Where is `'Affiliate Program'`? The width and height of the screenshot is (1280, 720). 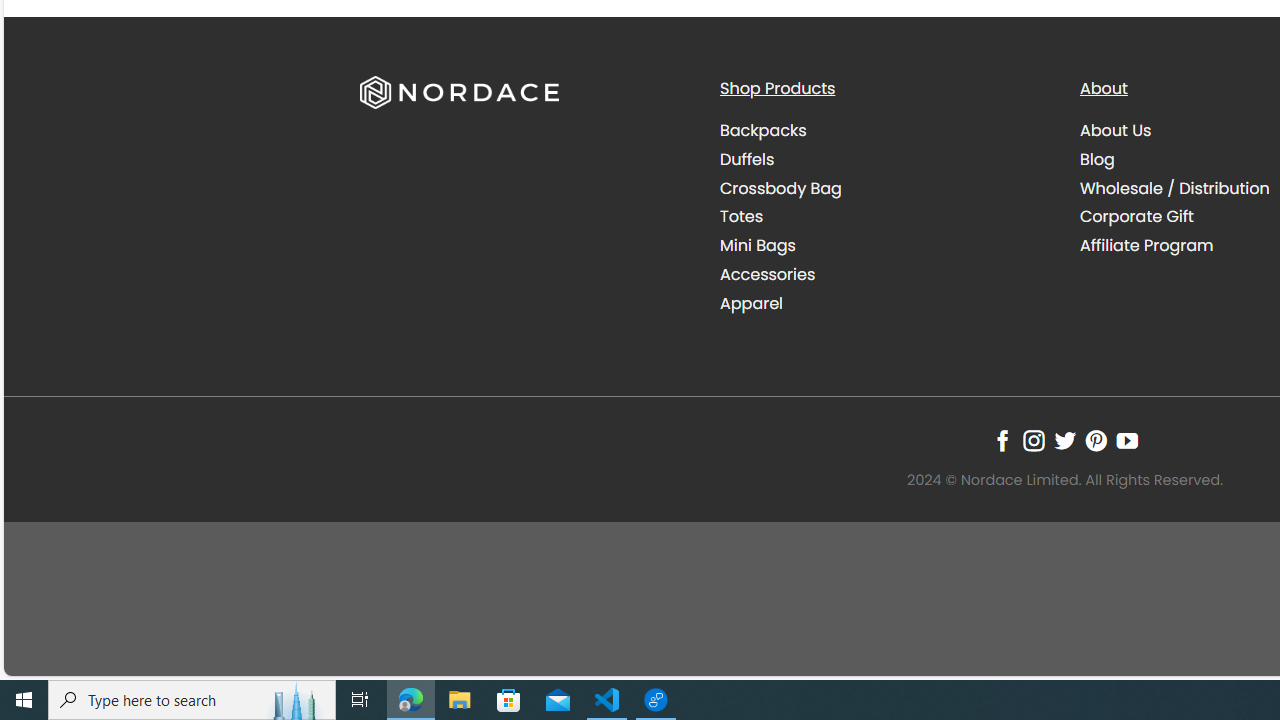 'Affiliate Program' is located at coordinates (1146, 244).